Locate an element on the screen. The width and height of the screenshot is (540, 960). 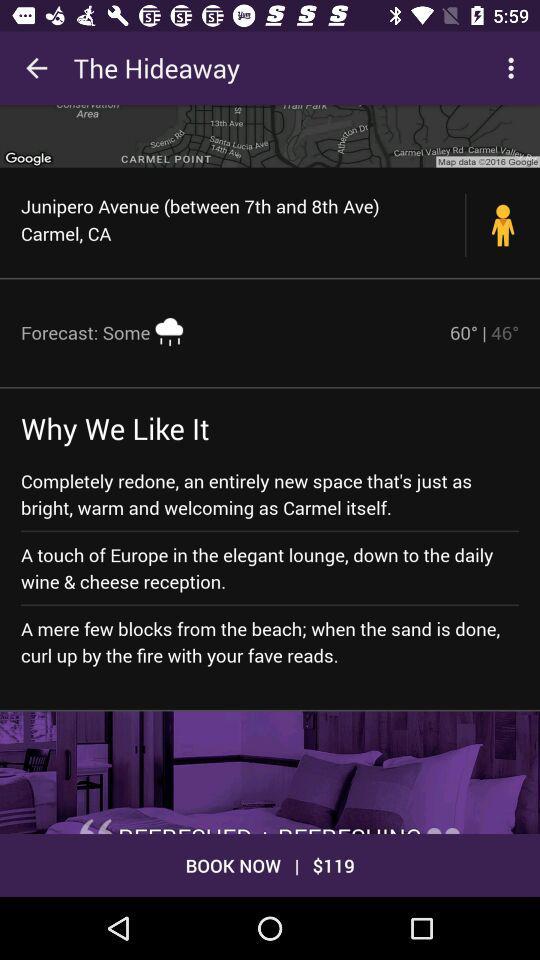
book now   |   $119 icon is located at coordinates (270, 864).